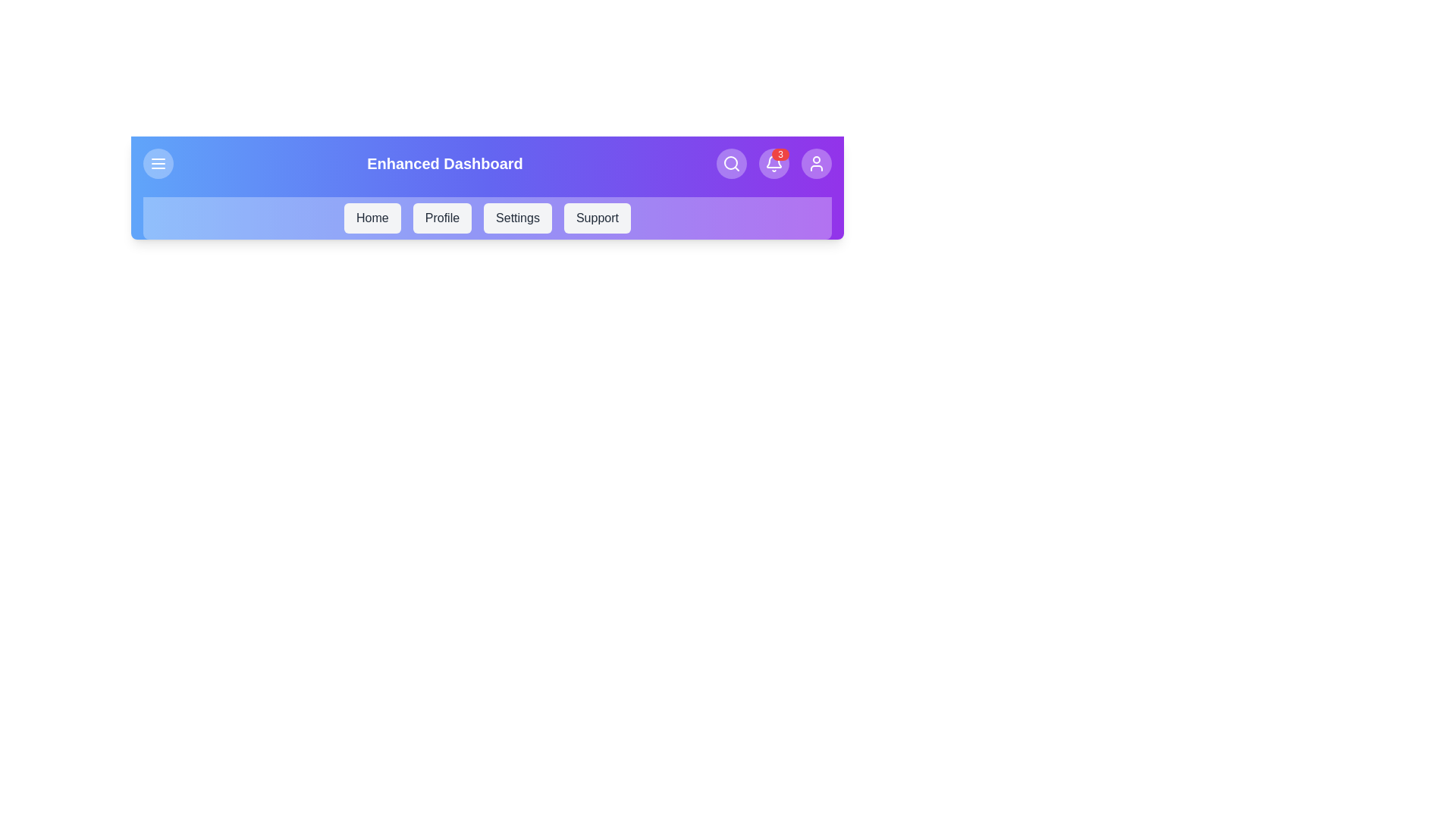 This screenshot has width=1456, height=819. Describe the element at coordinates (774, 164) in the screenshot. I see `the notifications button to open the notifications panel` at that location.